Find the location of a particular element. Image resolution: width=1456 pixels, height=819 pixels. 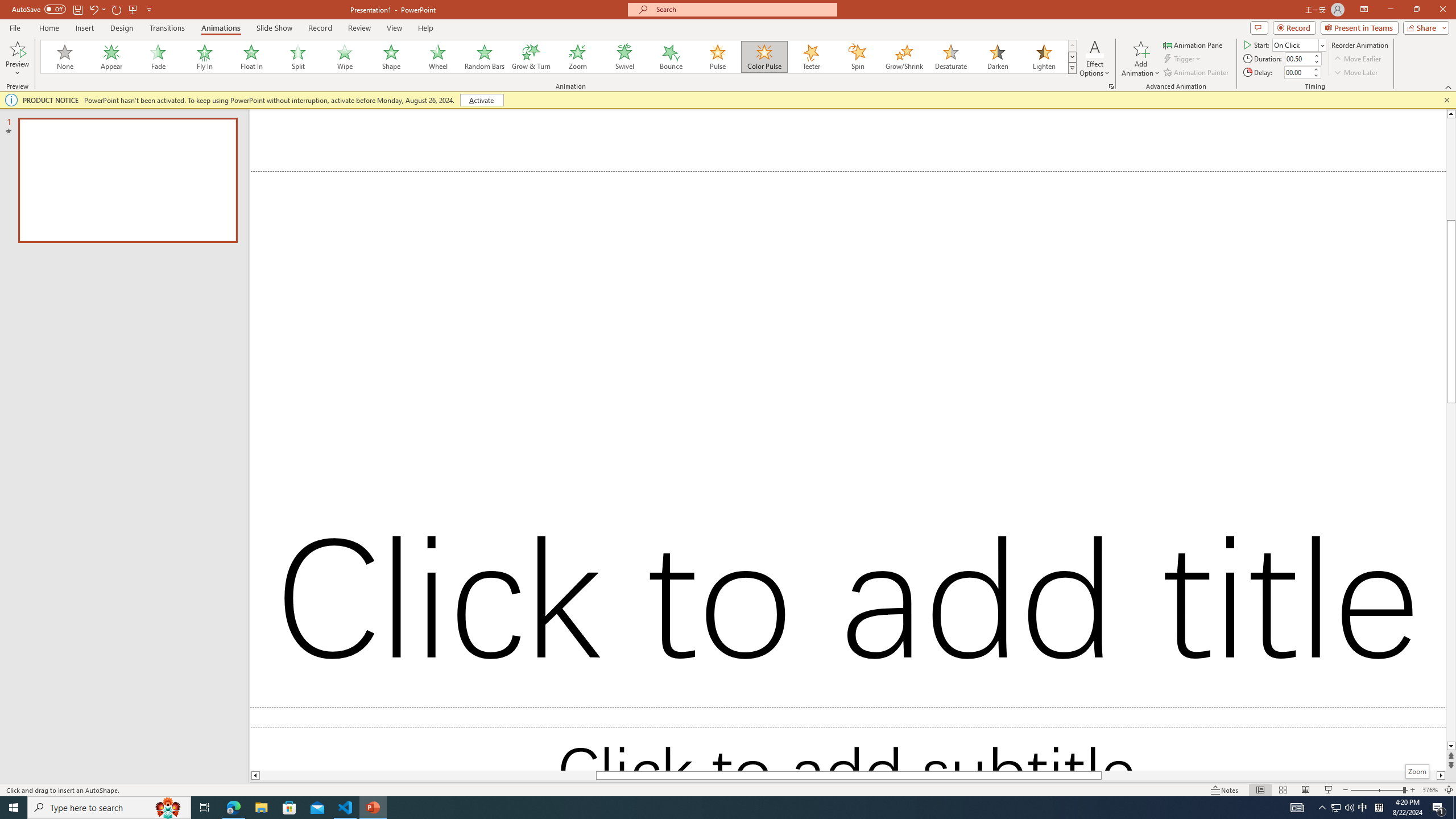

'None' is located at coordinates (65, 56).